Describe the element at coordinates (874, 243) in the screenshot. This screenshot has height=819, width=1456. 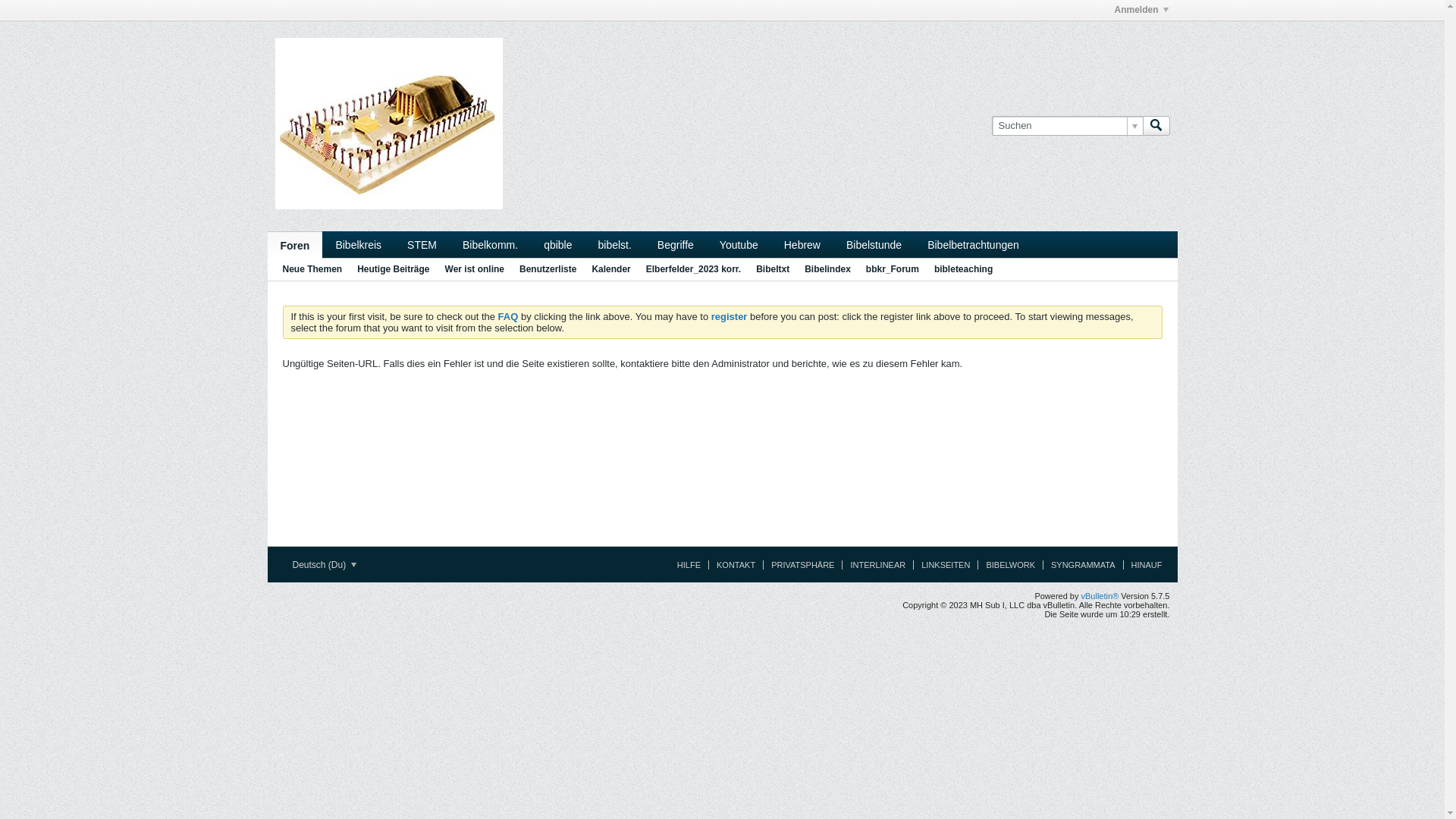
I see `'Bibelstunde'` at that location.